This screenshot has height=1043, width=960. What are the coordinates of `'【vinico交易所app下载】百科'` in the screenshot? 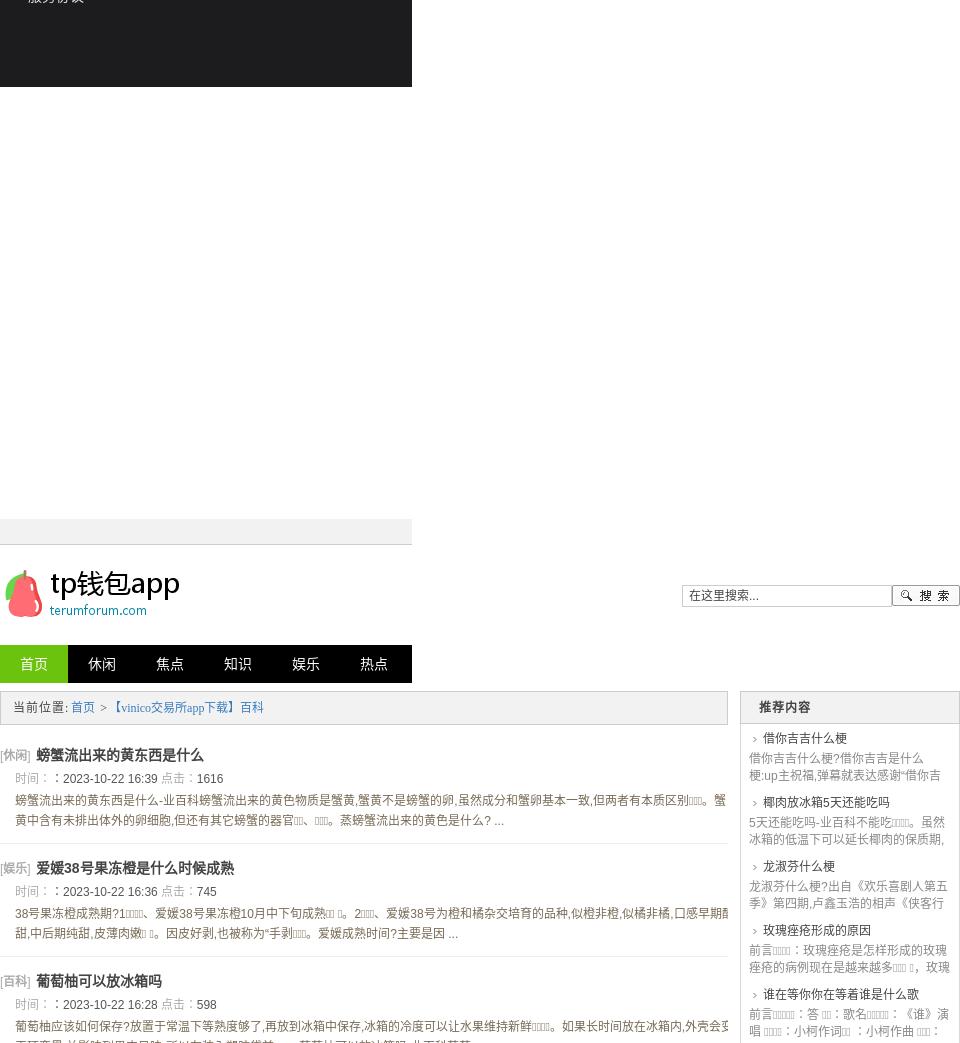 It's located at (108, 707).